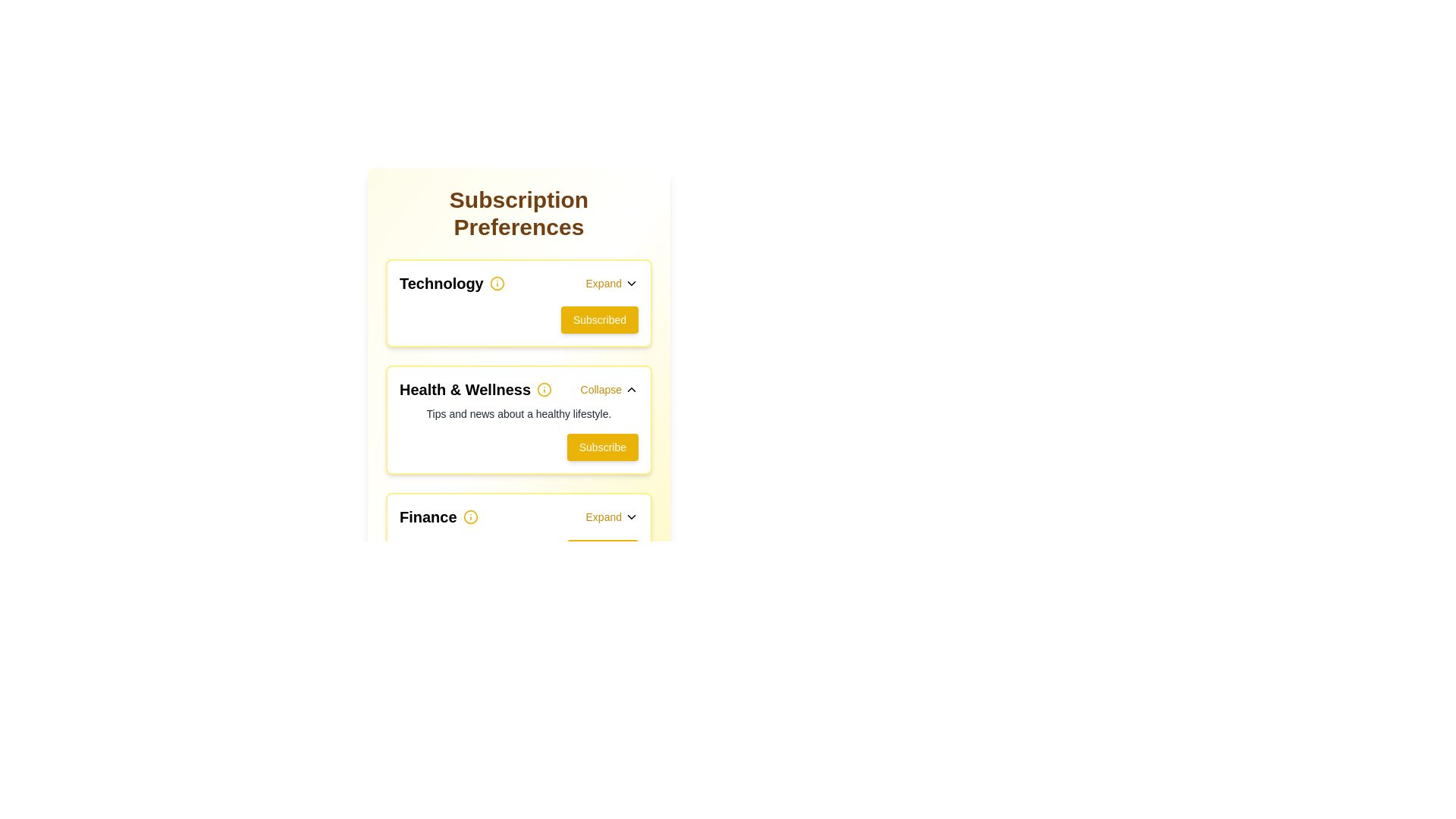  I want to click on the information icon located immediately to the right of the 'Finance' text in the Finance subscription section, so click(469, 516).